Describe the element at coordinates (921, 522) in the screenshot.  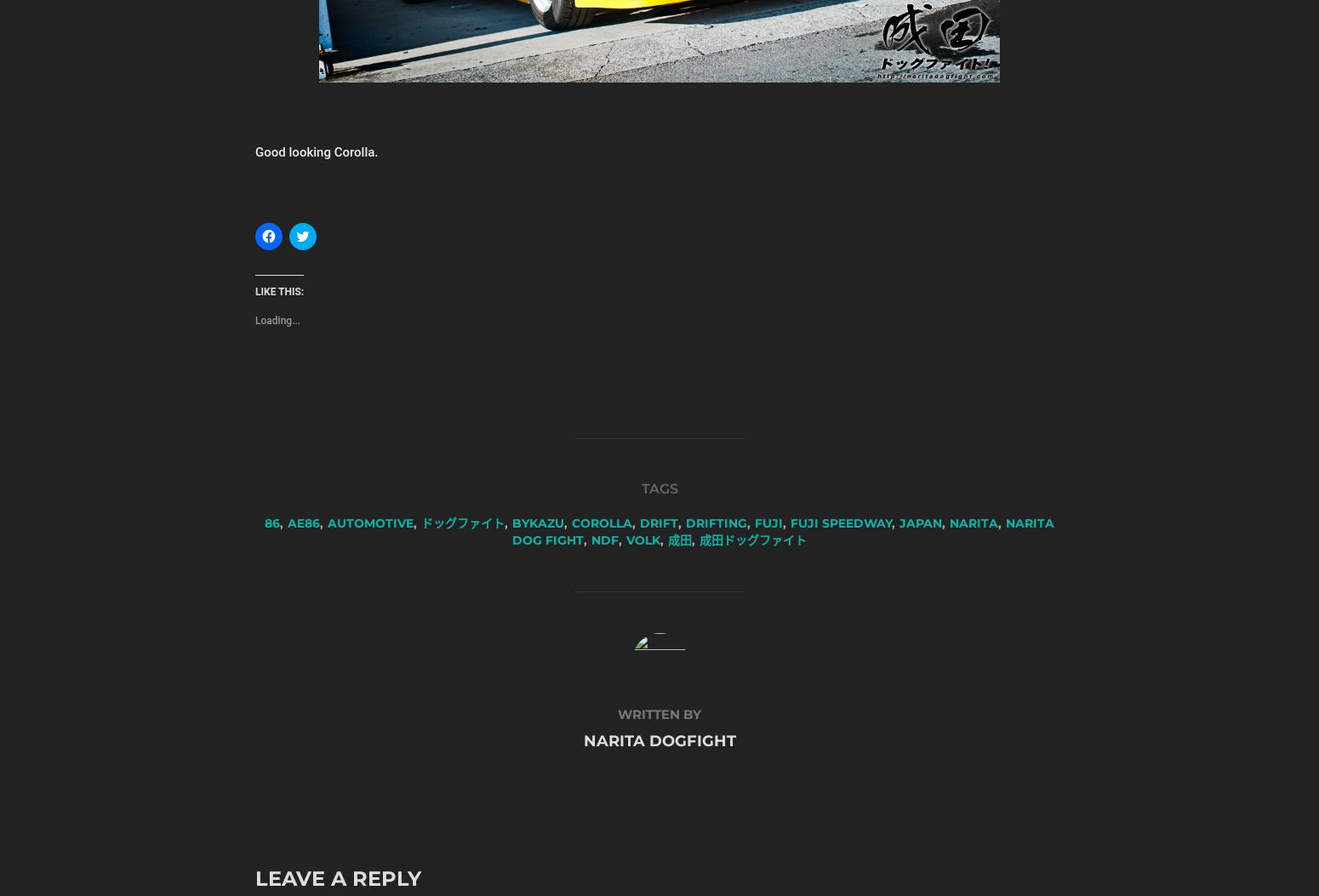
I see `'Japan'` at that location.